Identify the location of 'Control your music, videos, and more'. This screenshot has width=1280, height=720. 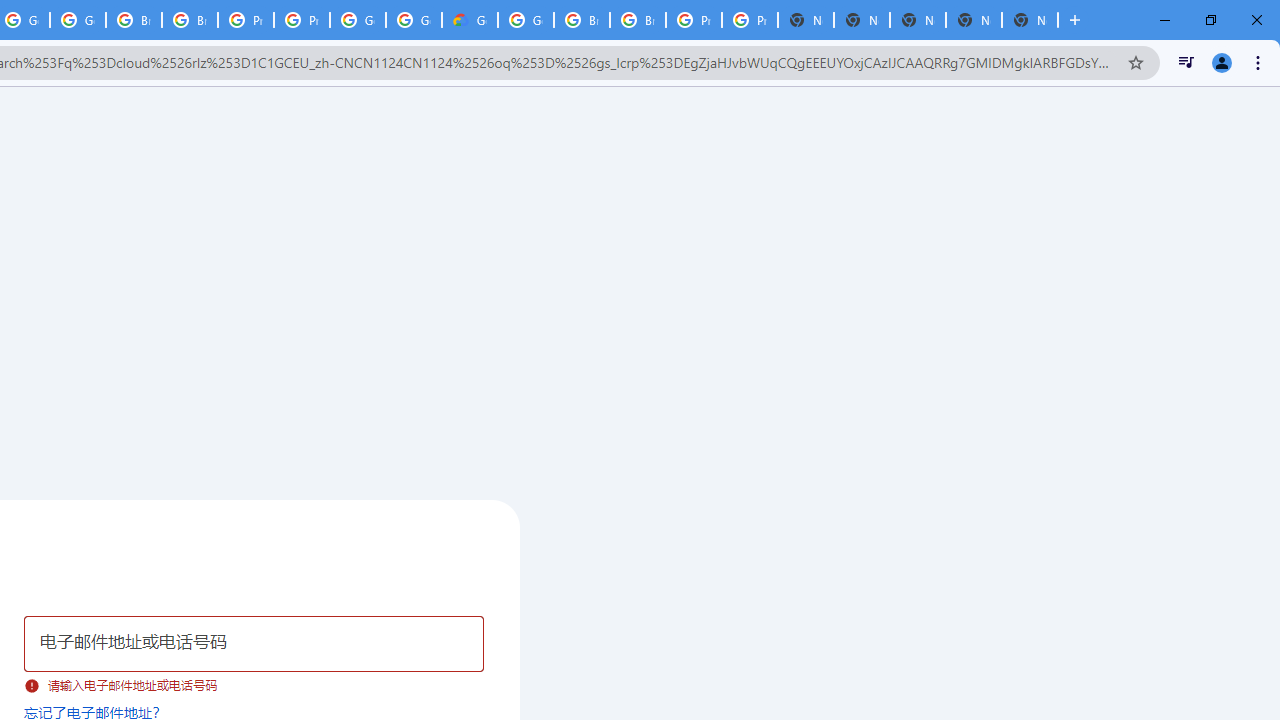
(1185, 61).